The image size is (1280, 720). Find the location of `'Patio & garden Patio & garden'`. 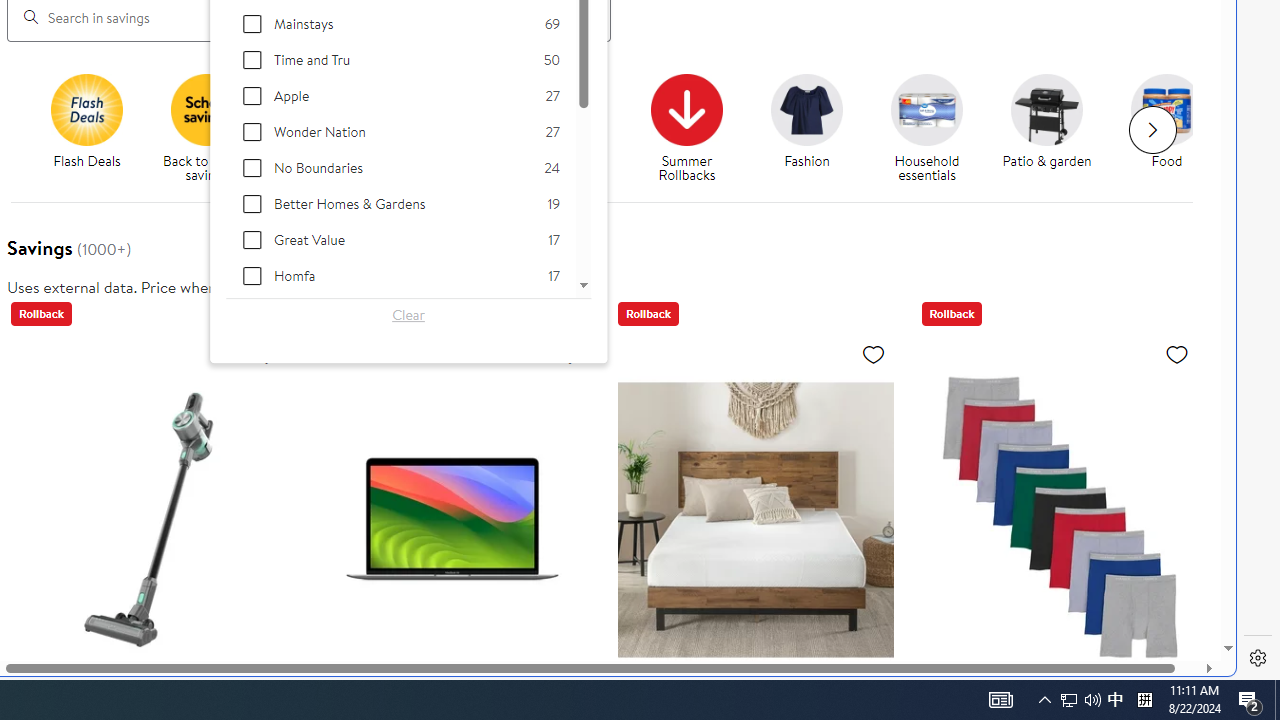

'Patio & garden Patio & garden' is located at coordinates (1046, 122).